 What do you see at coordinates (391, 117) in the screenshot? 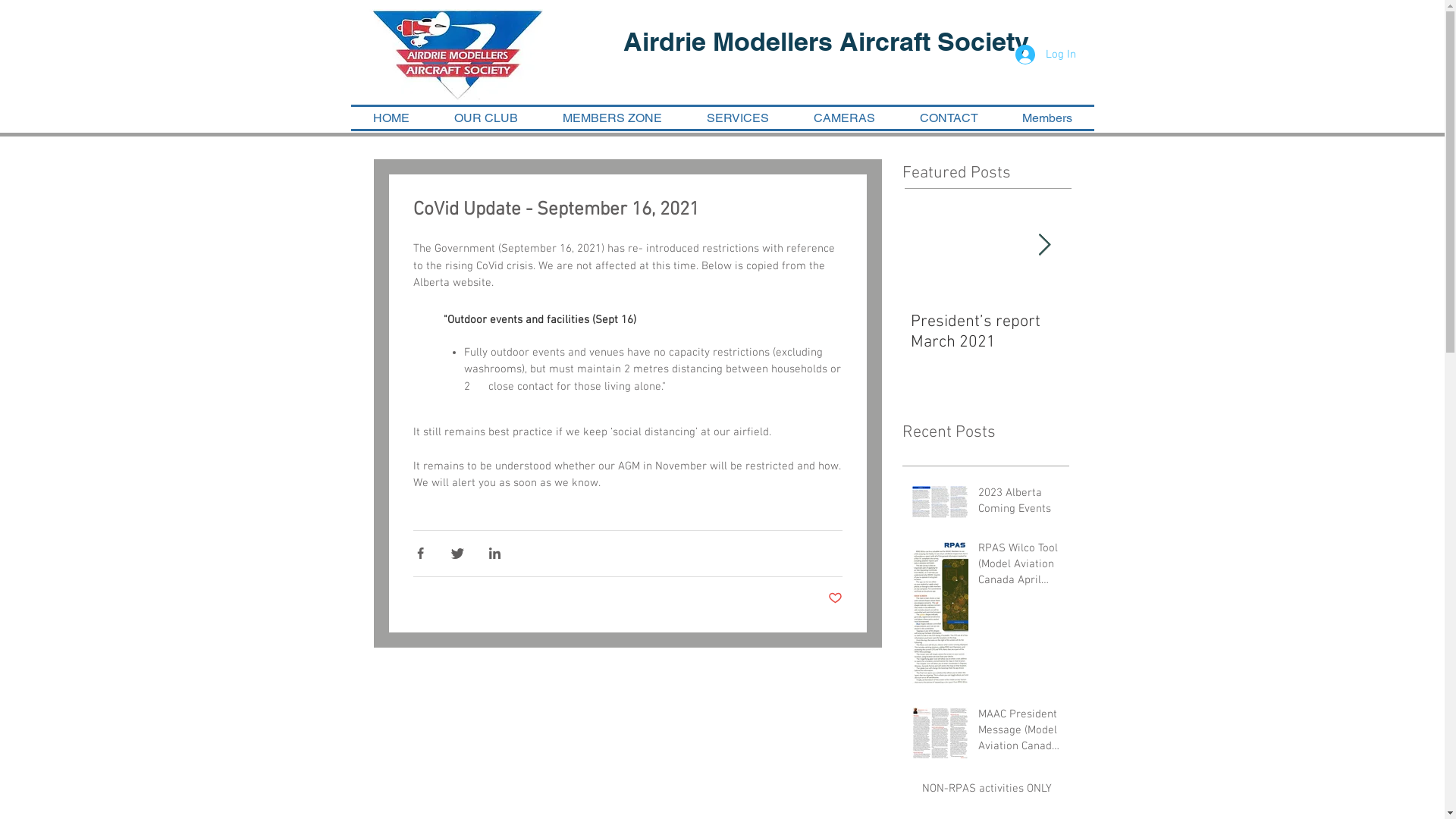
I see `'HOME'` at bounding box center [391, 117].